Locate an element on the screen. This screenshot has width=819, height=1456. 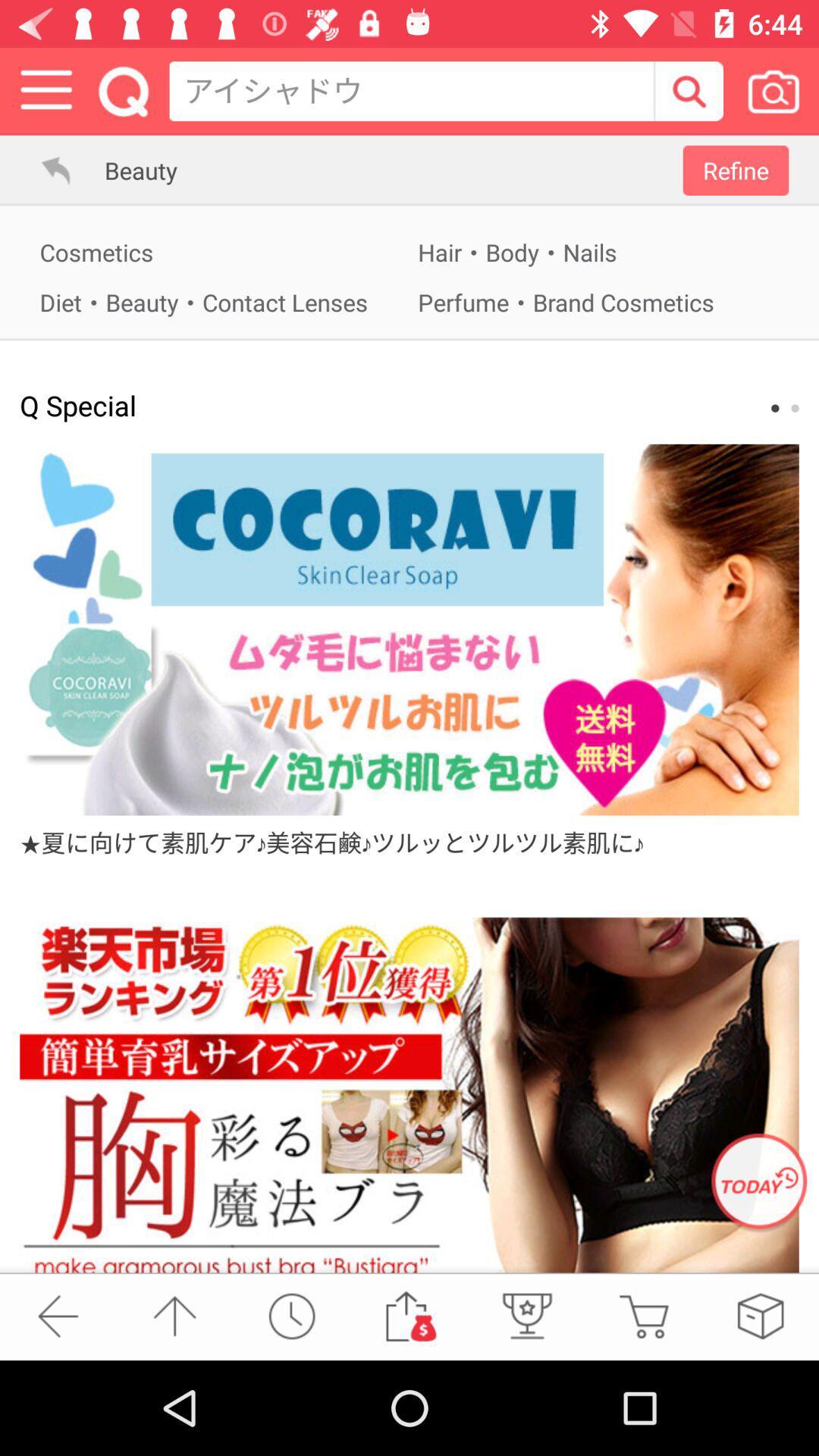
open advertisement is located at coordinates (759, 1182).